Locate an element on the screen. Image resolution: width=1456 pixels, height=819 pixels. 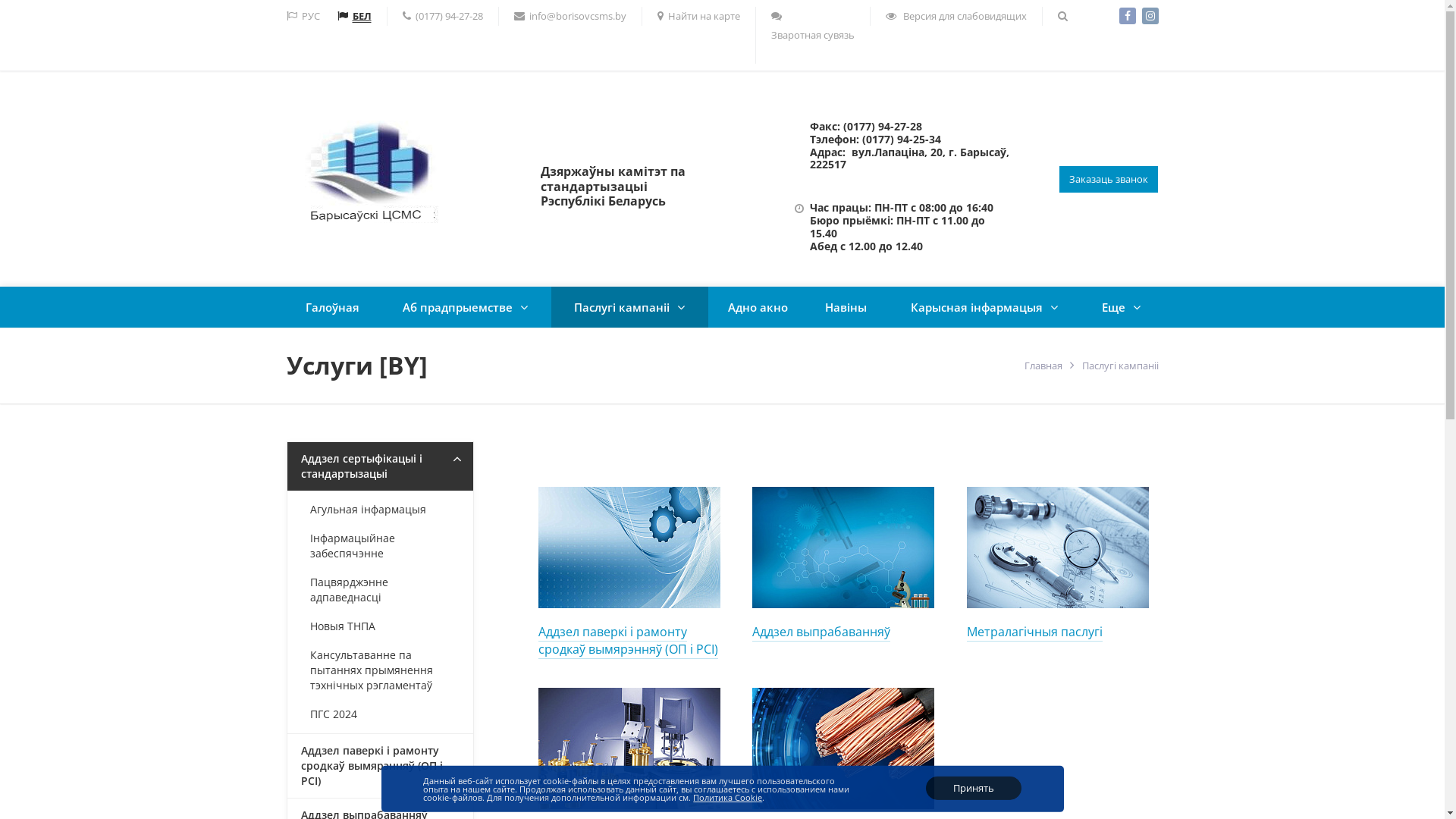
'info@borisovcsms.by' is located at coordinates (570, 16).